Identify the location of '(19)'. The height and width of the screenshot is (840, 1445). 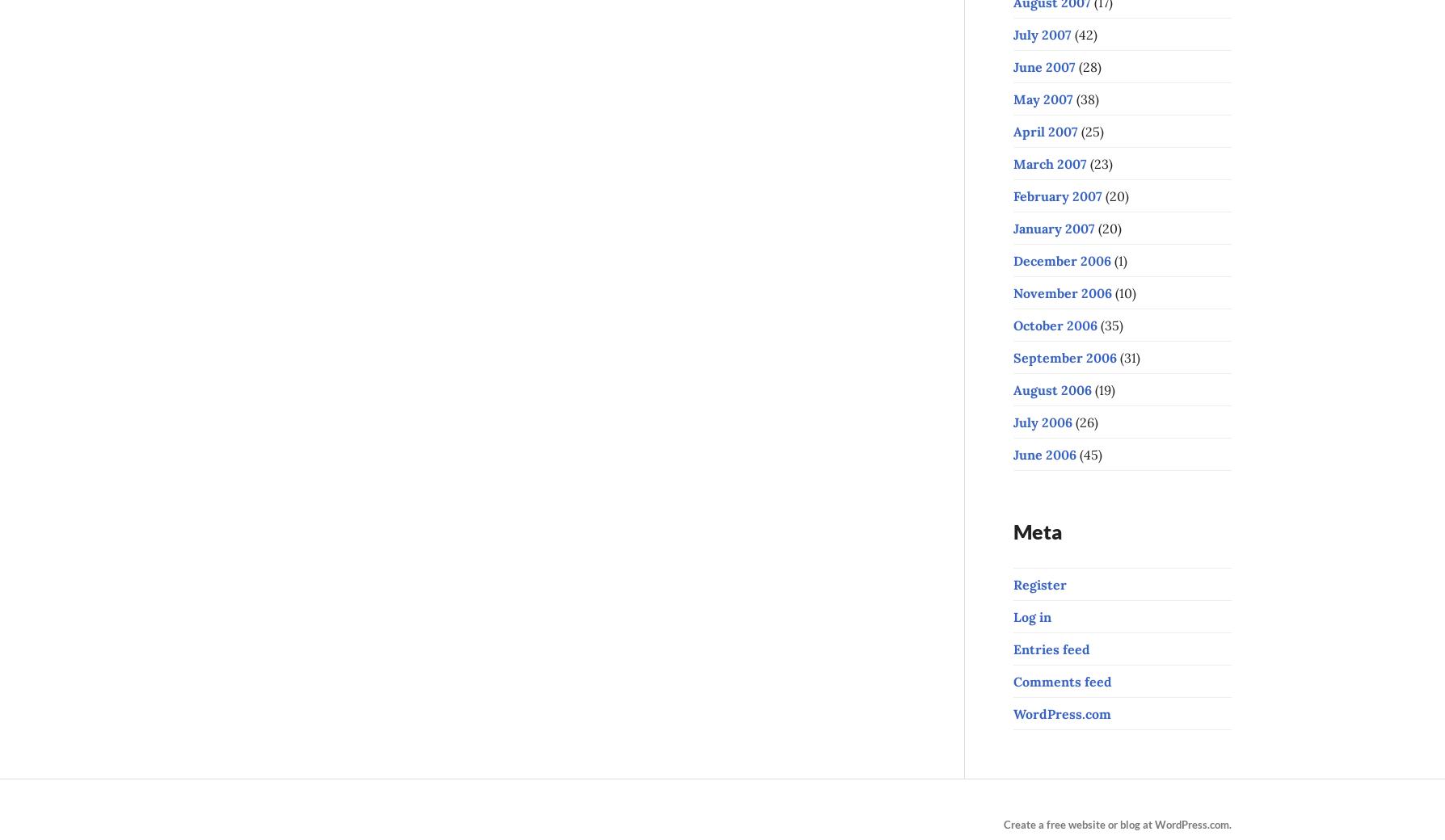
(1103, 389).